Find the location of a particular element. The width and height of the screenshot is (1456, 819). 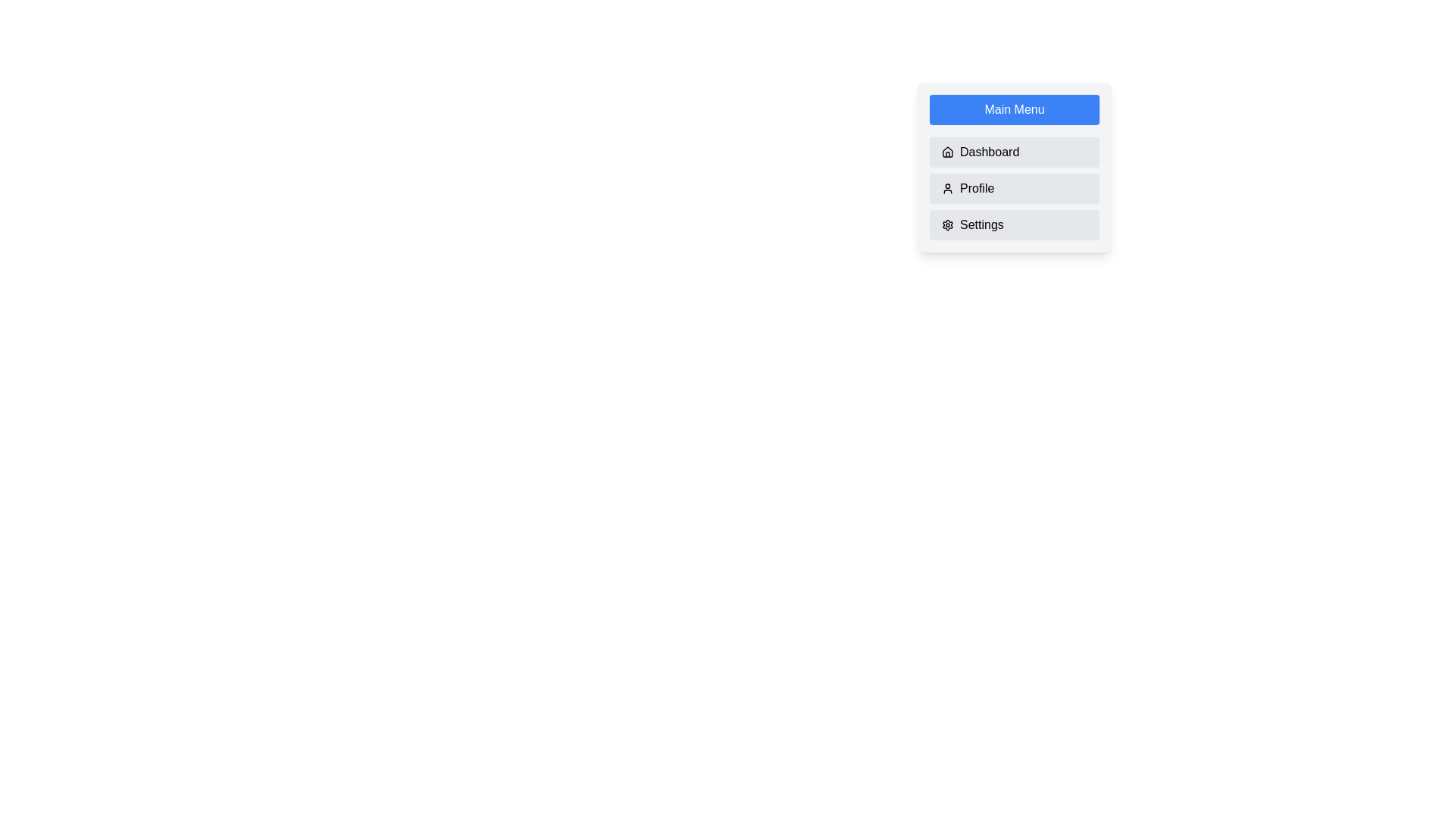

the menu item Settings to observe its hover effect is located at coordinates (1015, 225).